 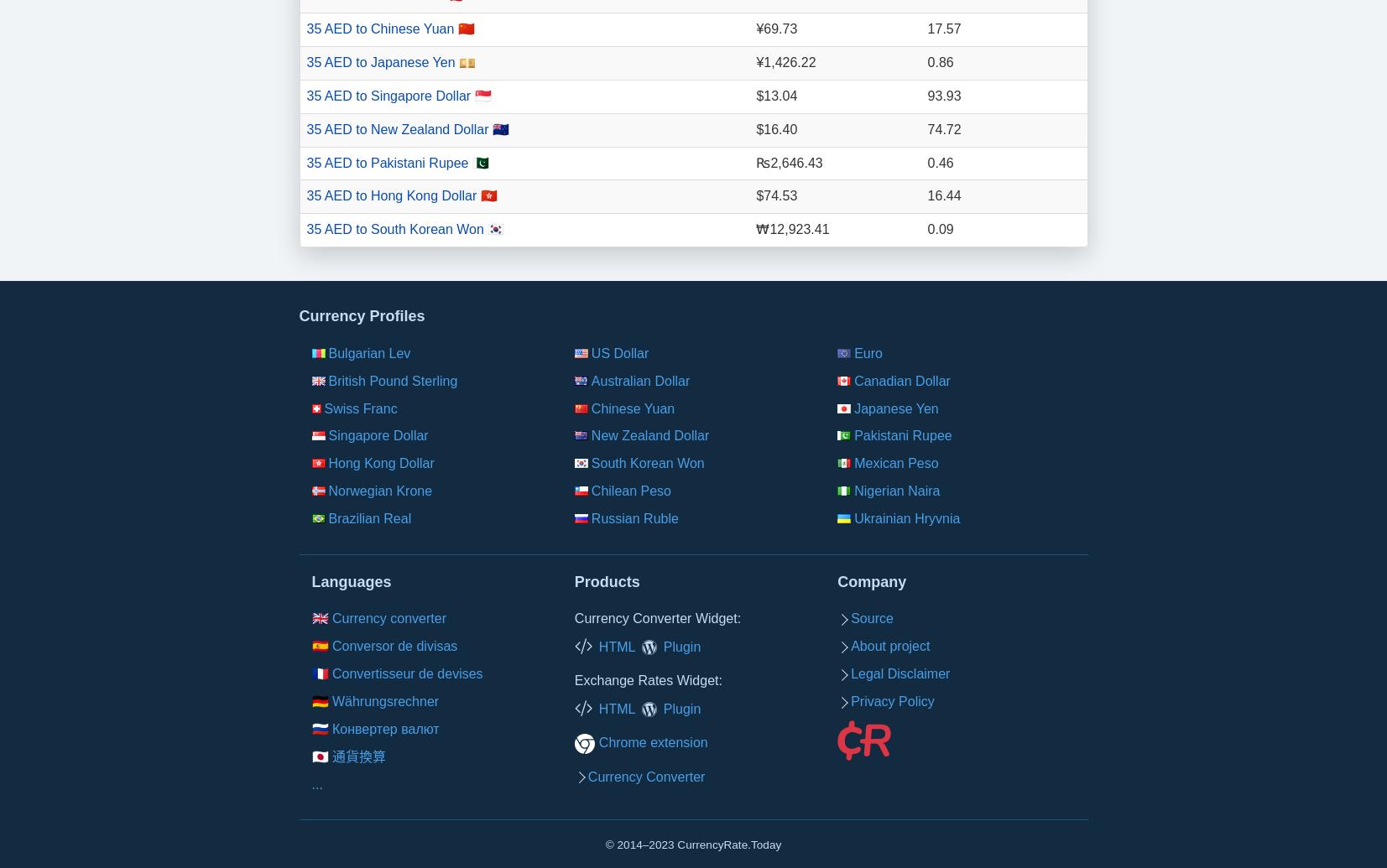 What do you see at coordinates (590, 408) in the screenshot?
I see `'Chinese Yuan'` at bounding box center [590, 408].